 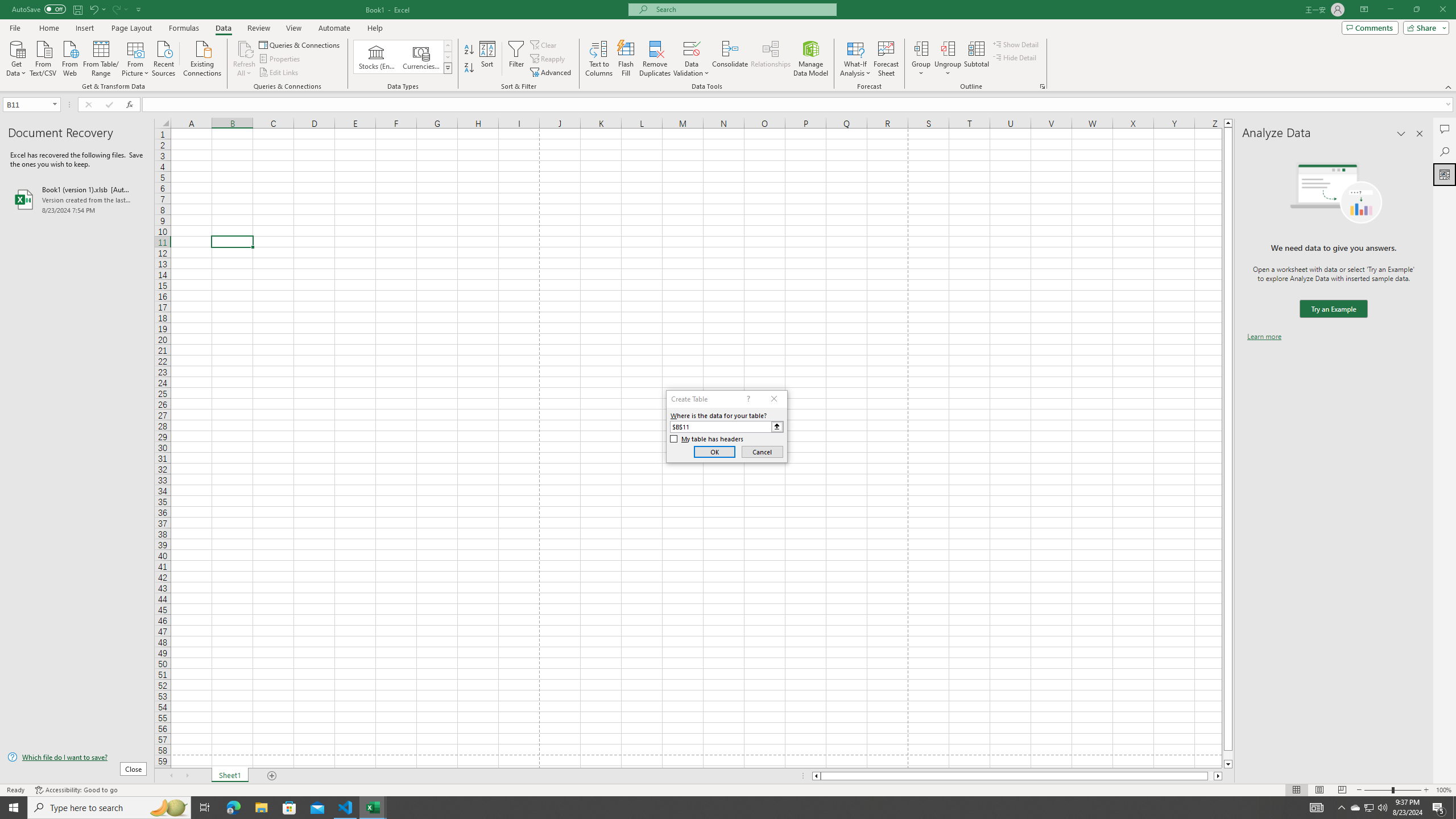 What do you see at coordinates (855, 59) in the screenshot?
I see `'What-If Analysis'` at bounding box center [855, 59].